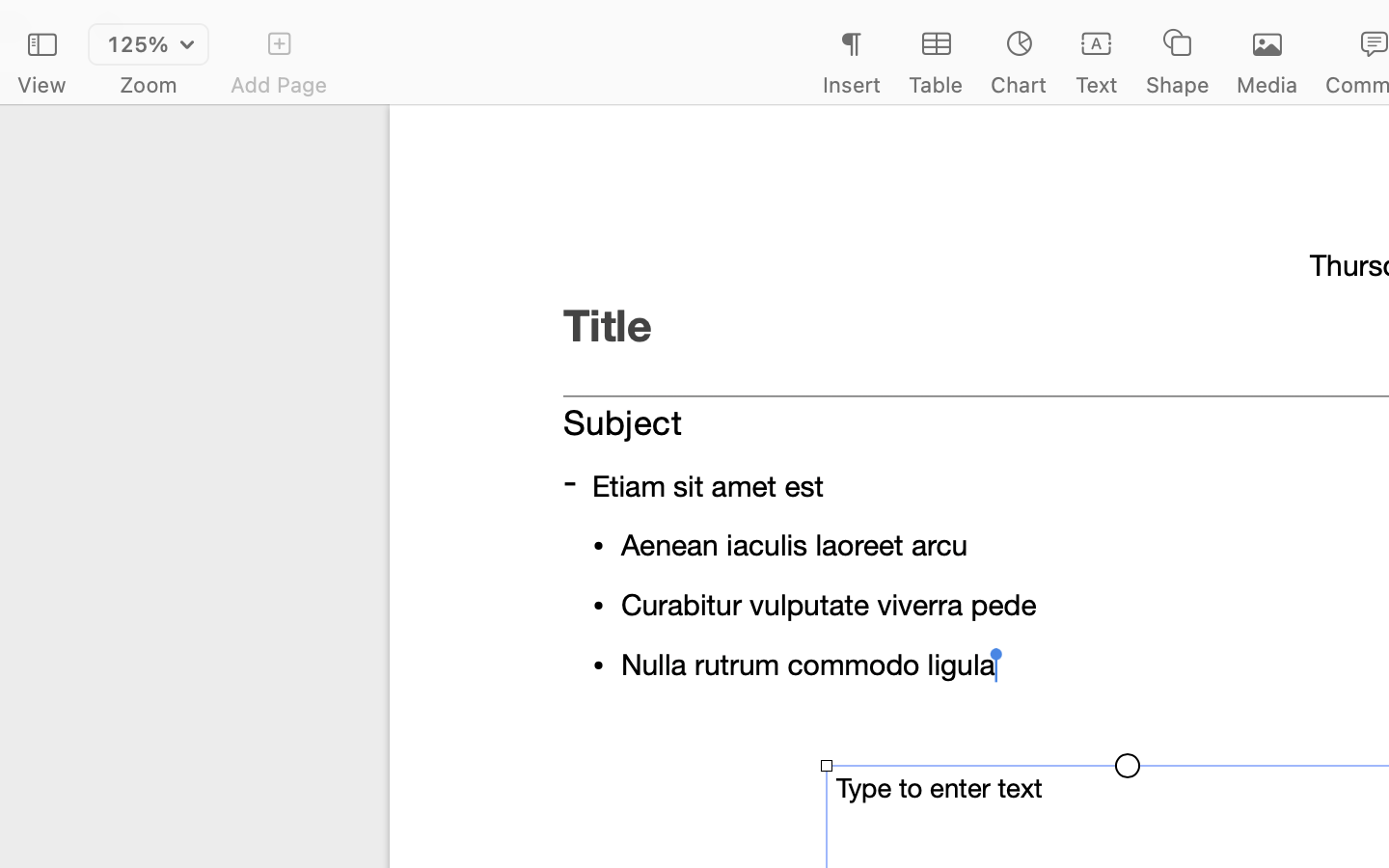 The height and width of the screenshot is (868, 1389). What do you see at coordinates (850, 84) in the screenshot?
I see `'Insert'` at bounding box center [850, 84].